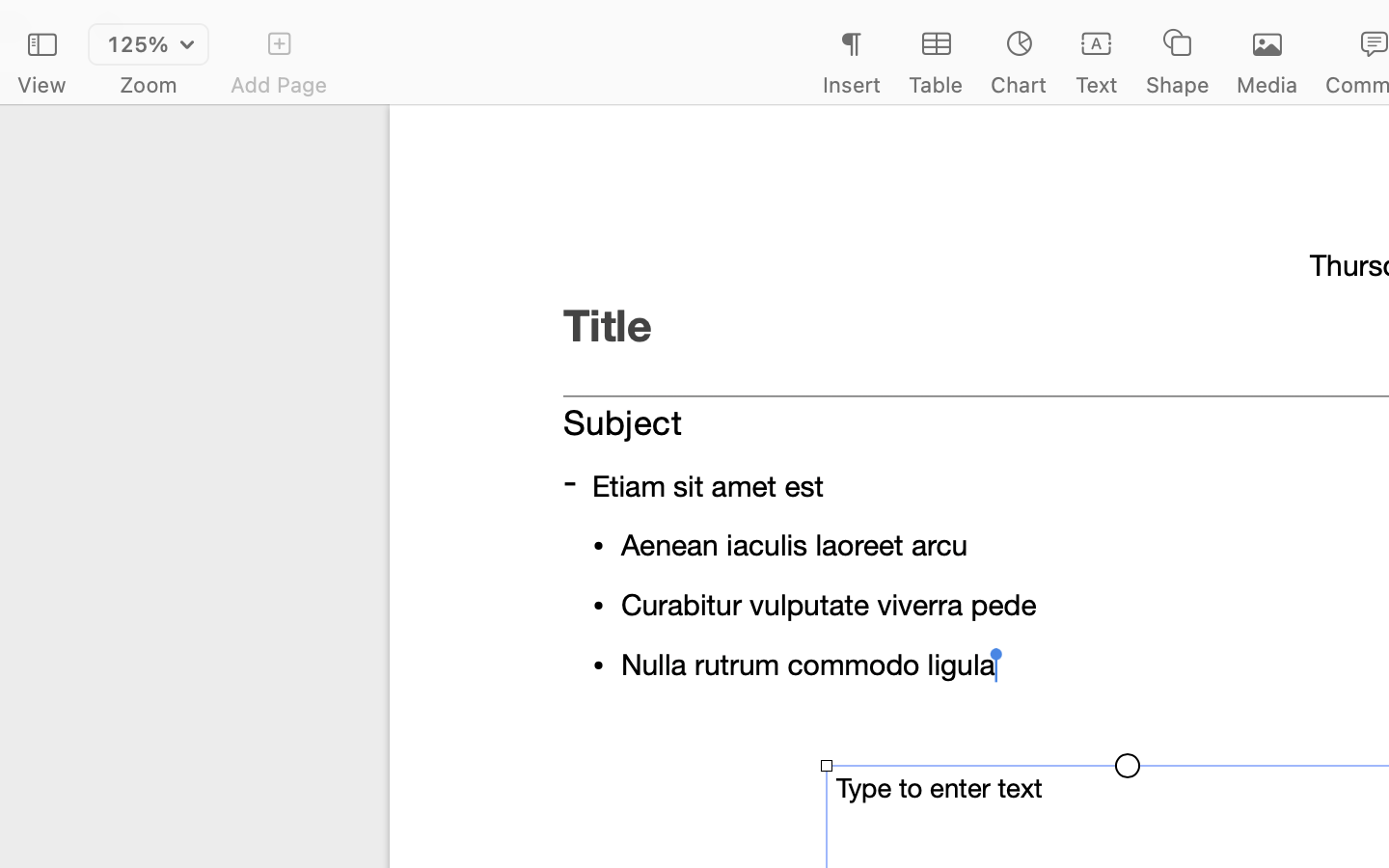 The height and width of the screenshot is (868, 1389). What do you see at coordinates (850, 84) in the screenshot?
I see `'Insert'` at bounding box center [850, 84].